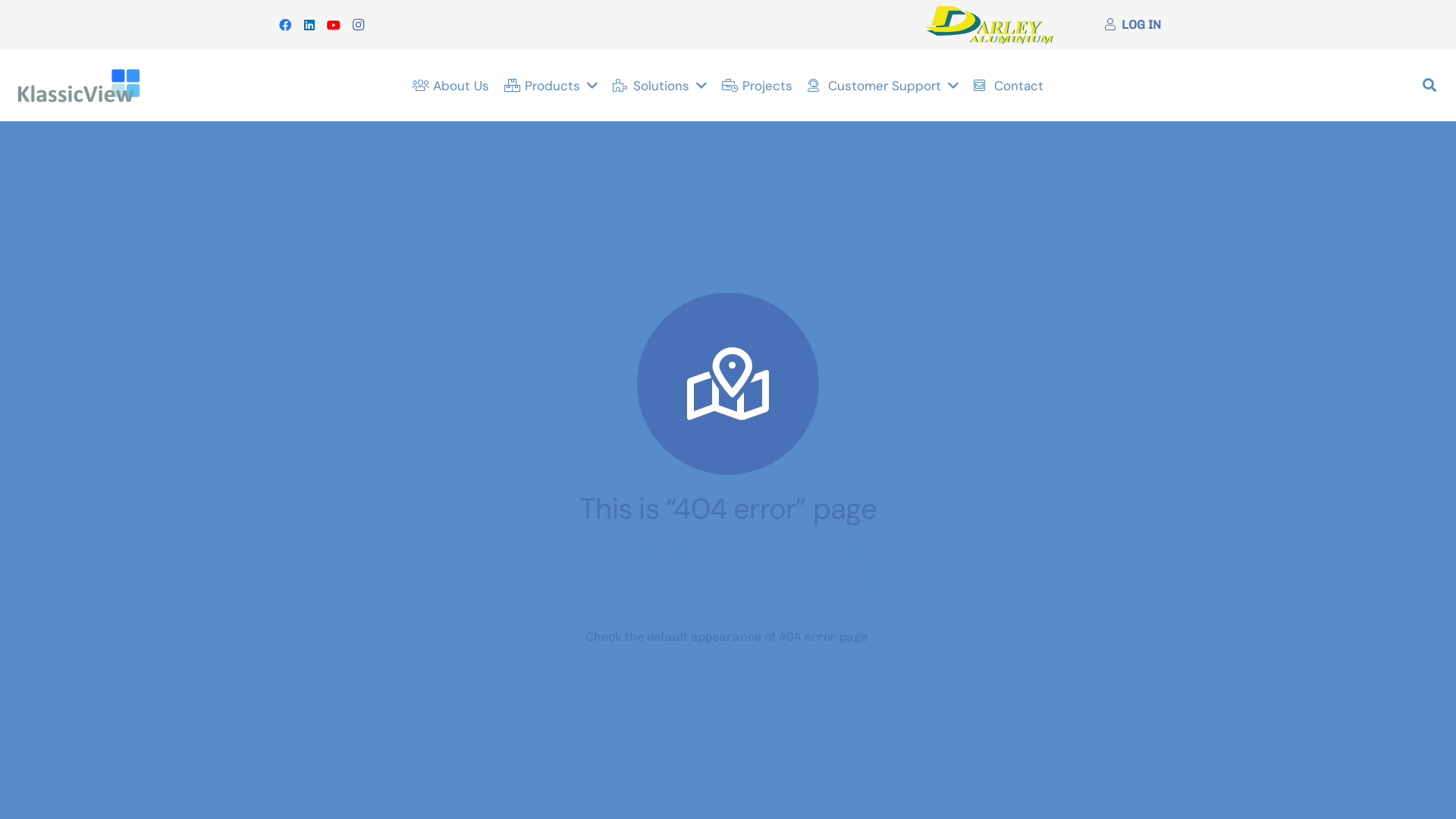  Describe the element at coordinates (297, 24) in the screenshot. I see `'LinkedIn'` at that location.